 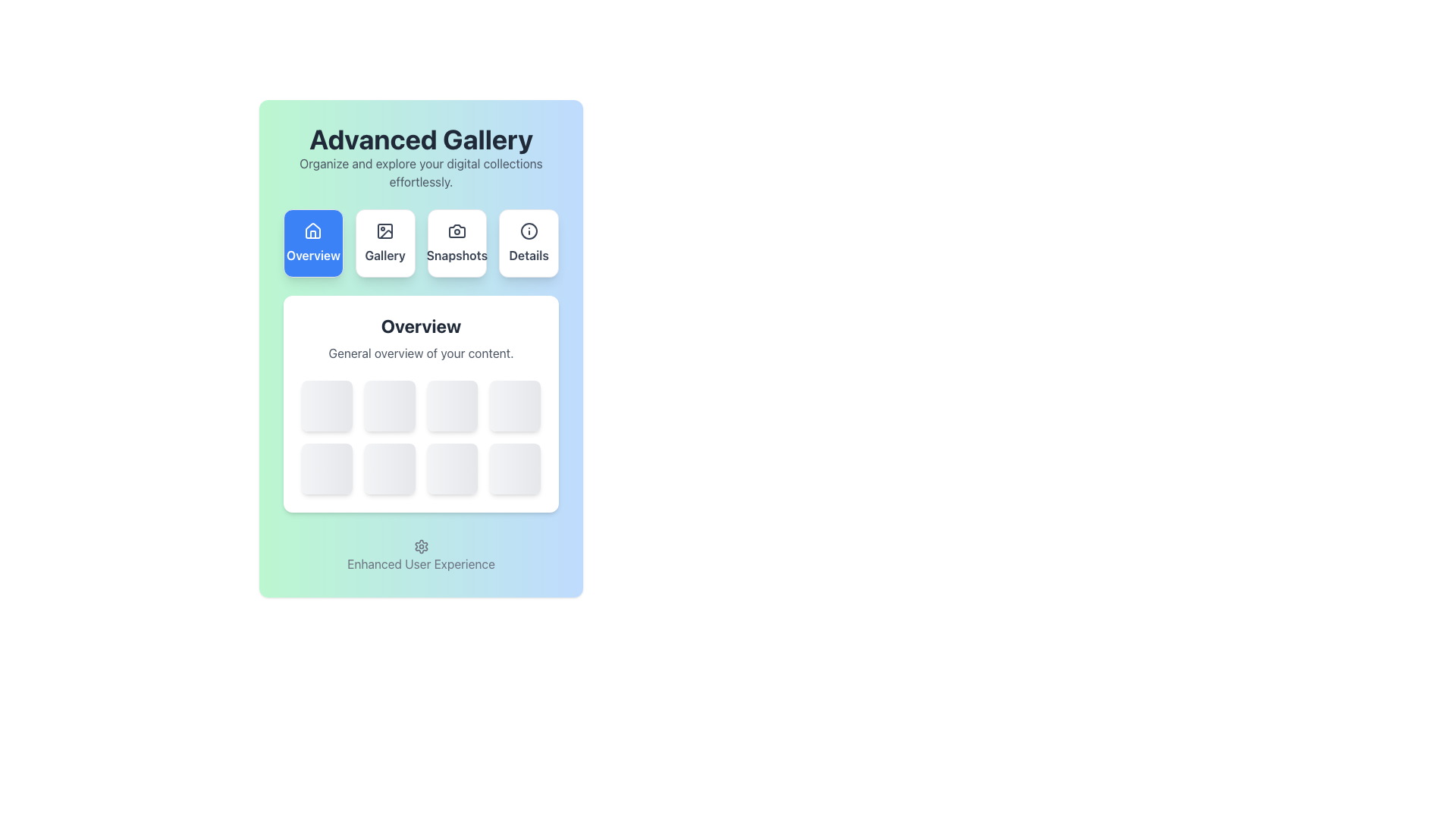 I want to click on the gear icon representing settings, located at the top-center above the text 'Enhanced User Experience', so click(x=421, y=547).